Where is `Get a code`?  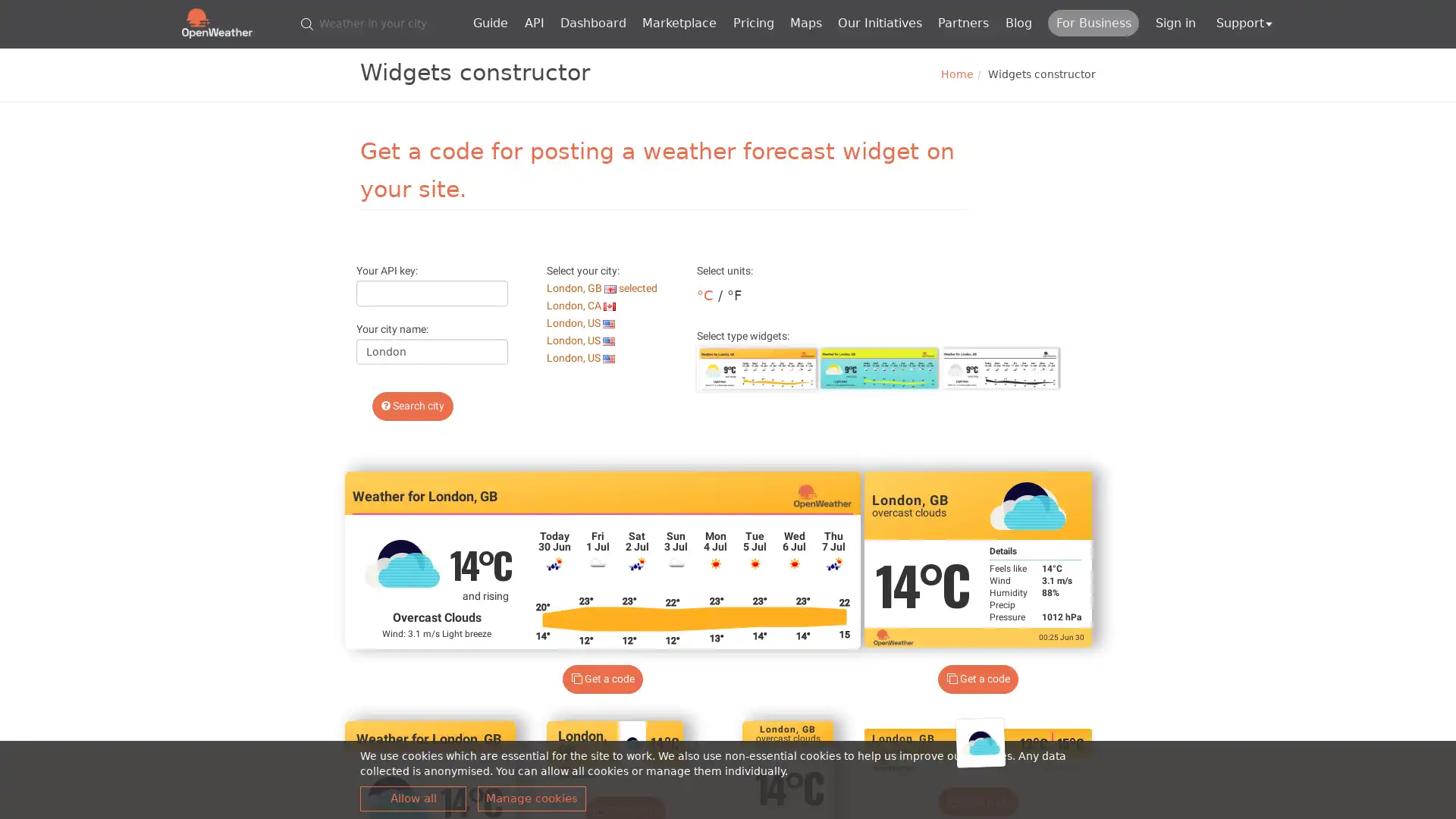
Get a code is located at coordinates (977, 678).